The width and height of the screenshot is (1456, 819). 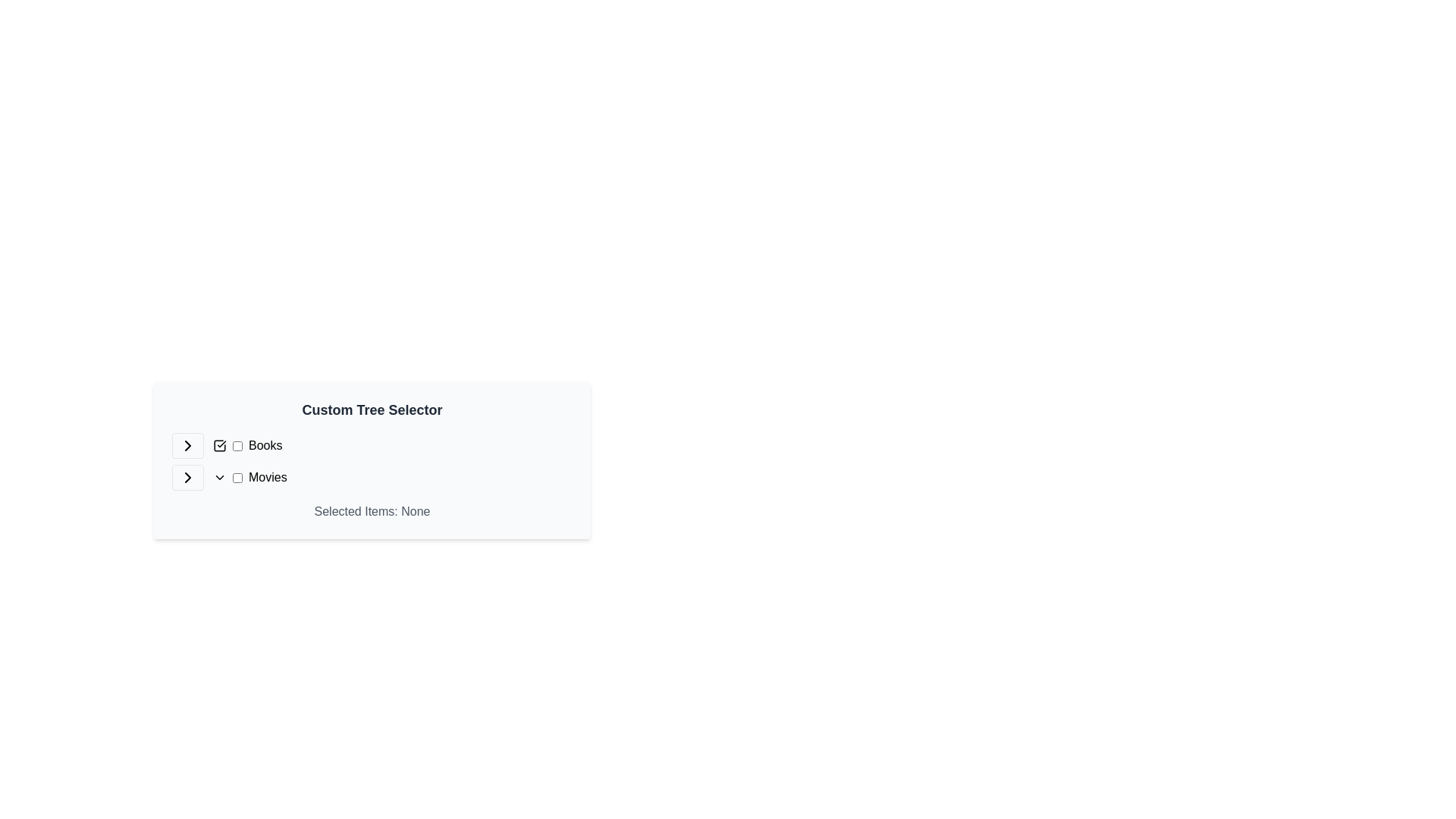 I want to click on the checkbox next to the 'Books' item in the Tree component to check/uncheck it, so click(x=372, y=461).